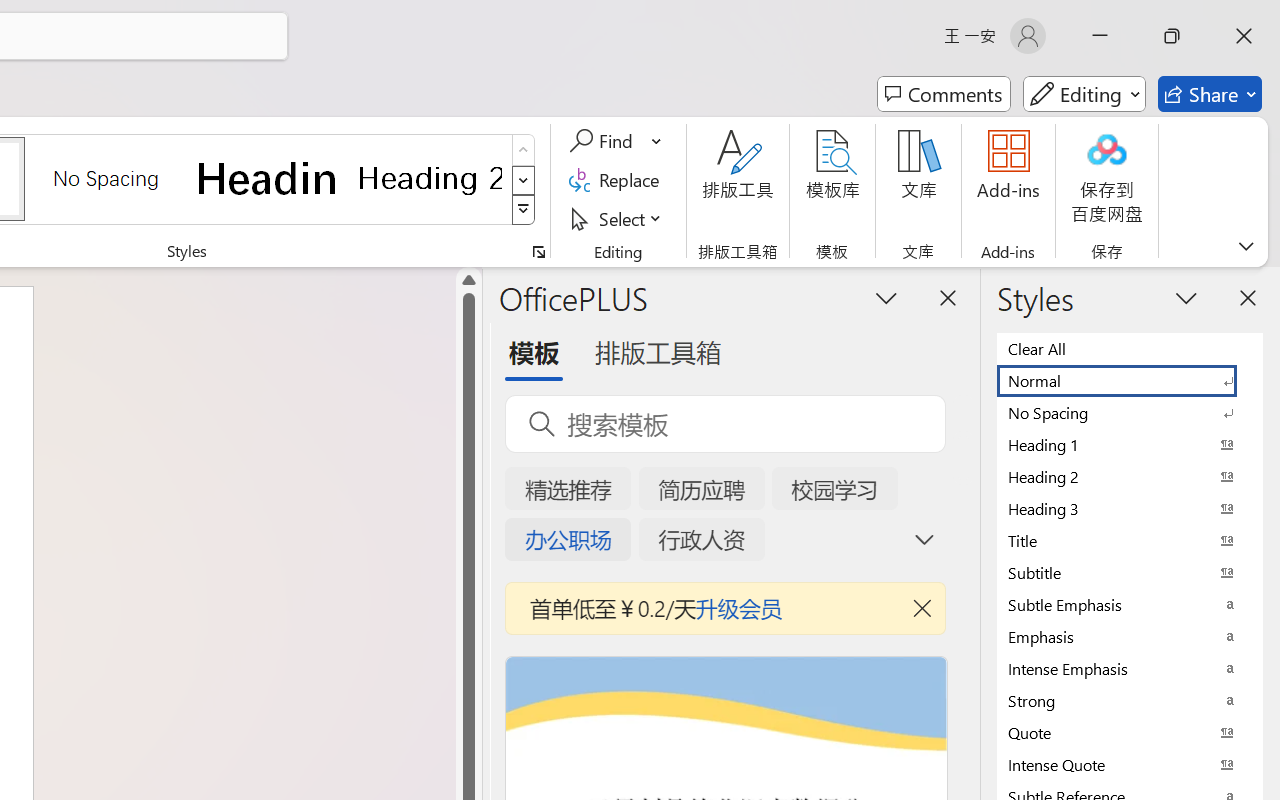 Image resolution: width=1280 pixels, height=800 pixels. I want to click on 'Row Down', so click(523, 179).